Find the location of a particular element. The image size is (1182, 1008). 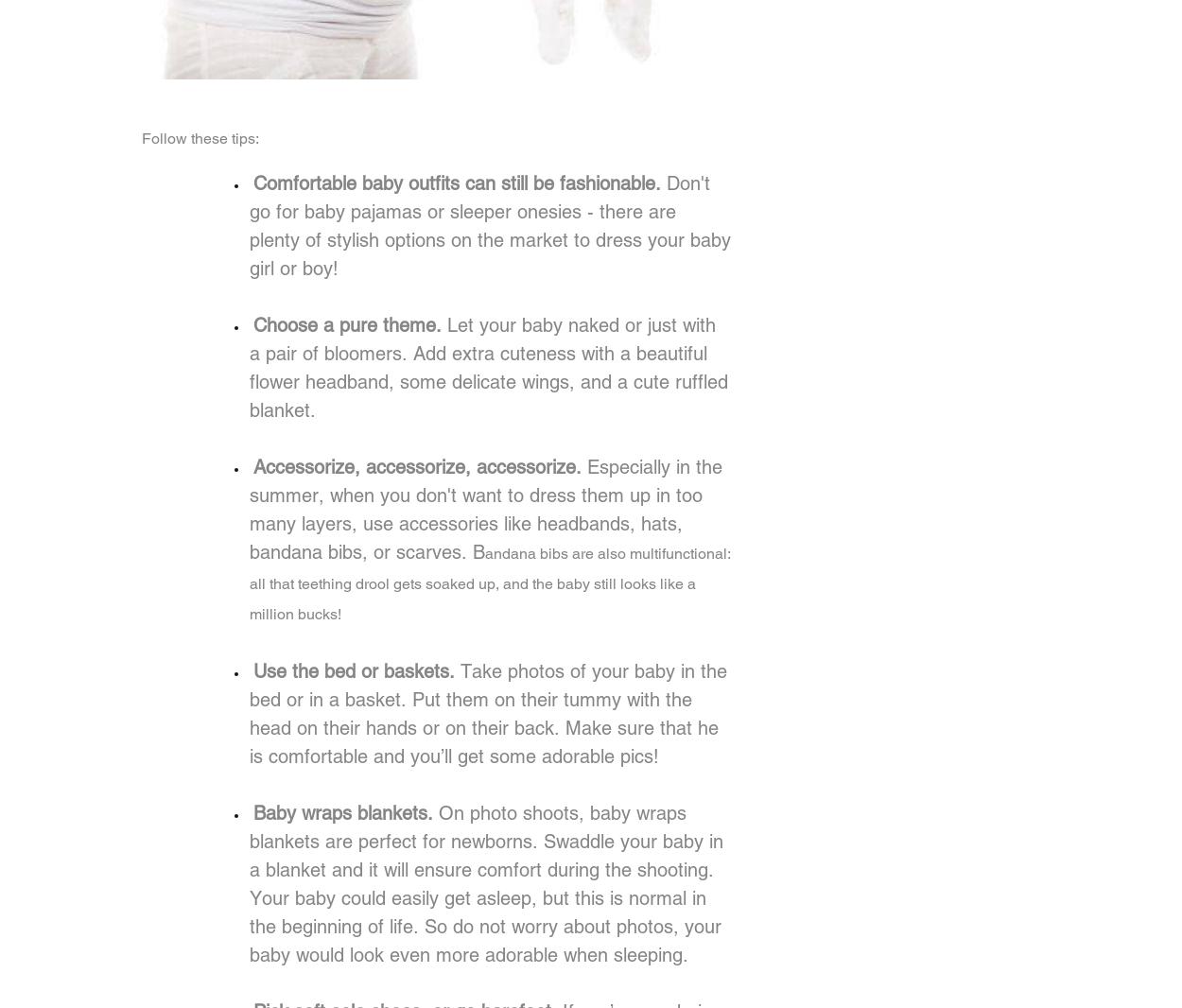

'Choose a pure theme.' is located at coordinates (349, 324).